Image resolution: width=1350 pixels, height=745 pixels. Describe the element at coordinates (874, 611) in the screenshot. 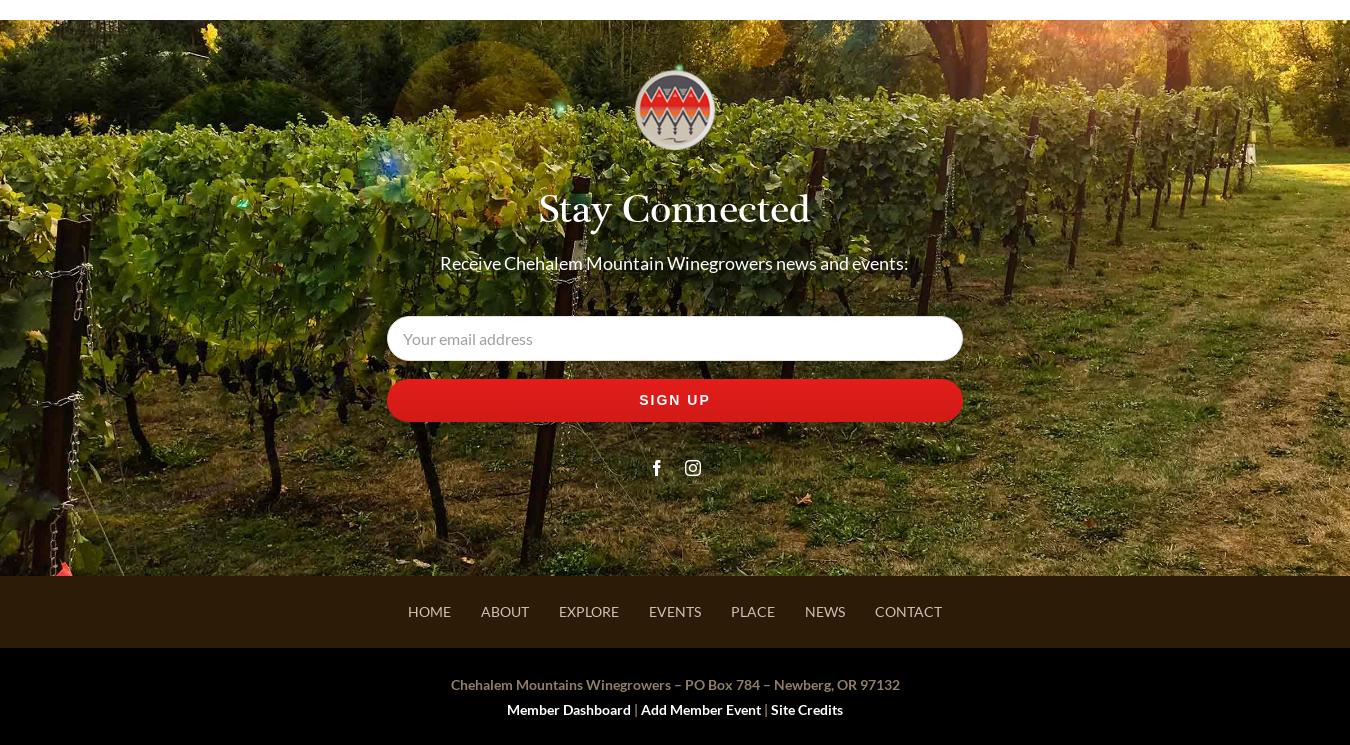

I see `'CONTACT'` at that location.